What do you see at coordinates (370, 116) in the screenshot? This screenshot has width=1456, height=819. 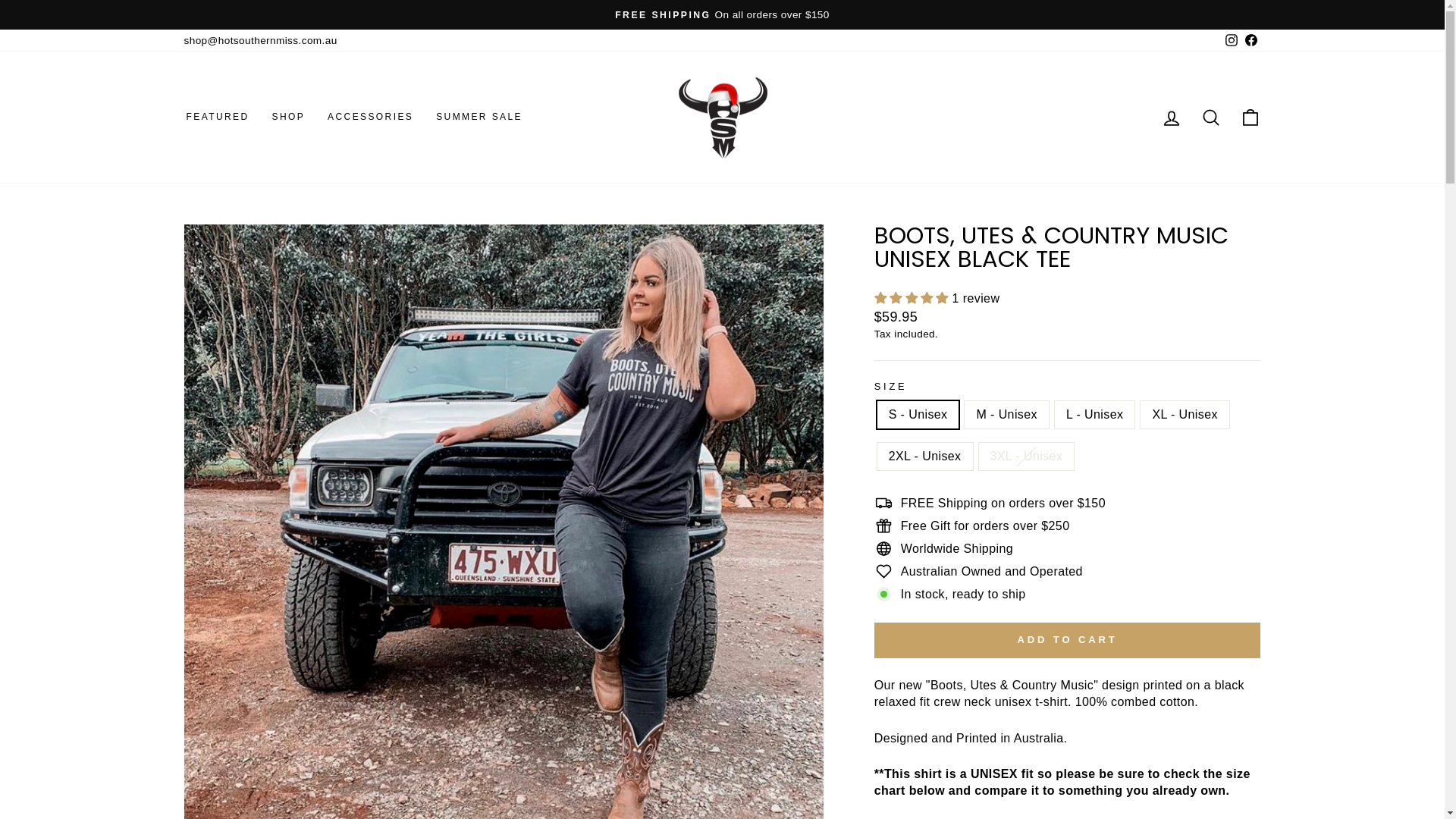 I see `'ACCESSORIES'` at bounding box center [370, 116].